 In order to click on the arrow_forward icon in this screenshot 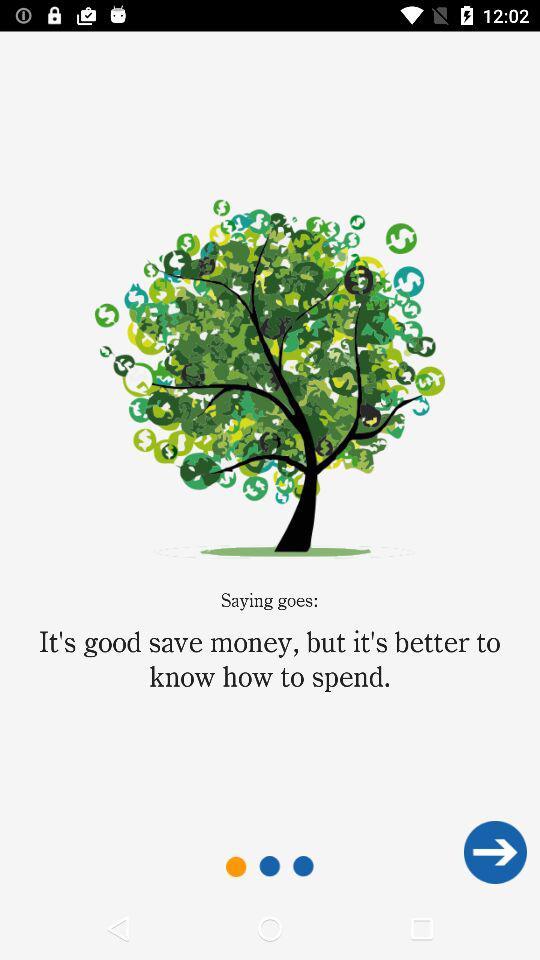, I will do `click(494, 851)`.